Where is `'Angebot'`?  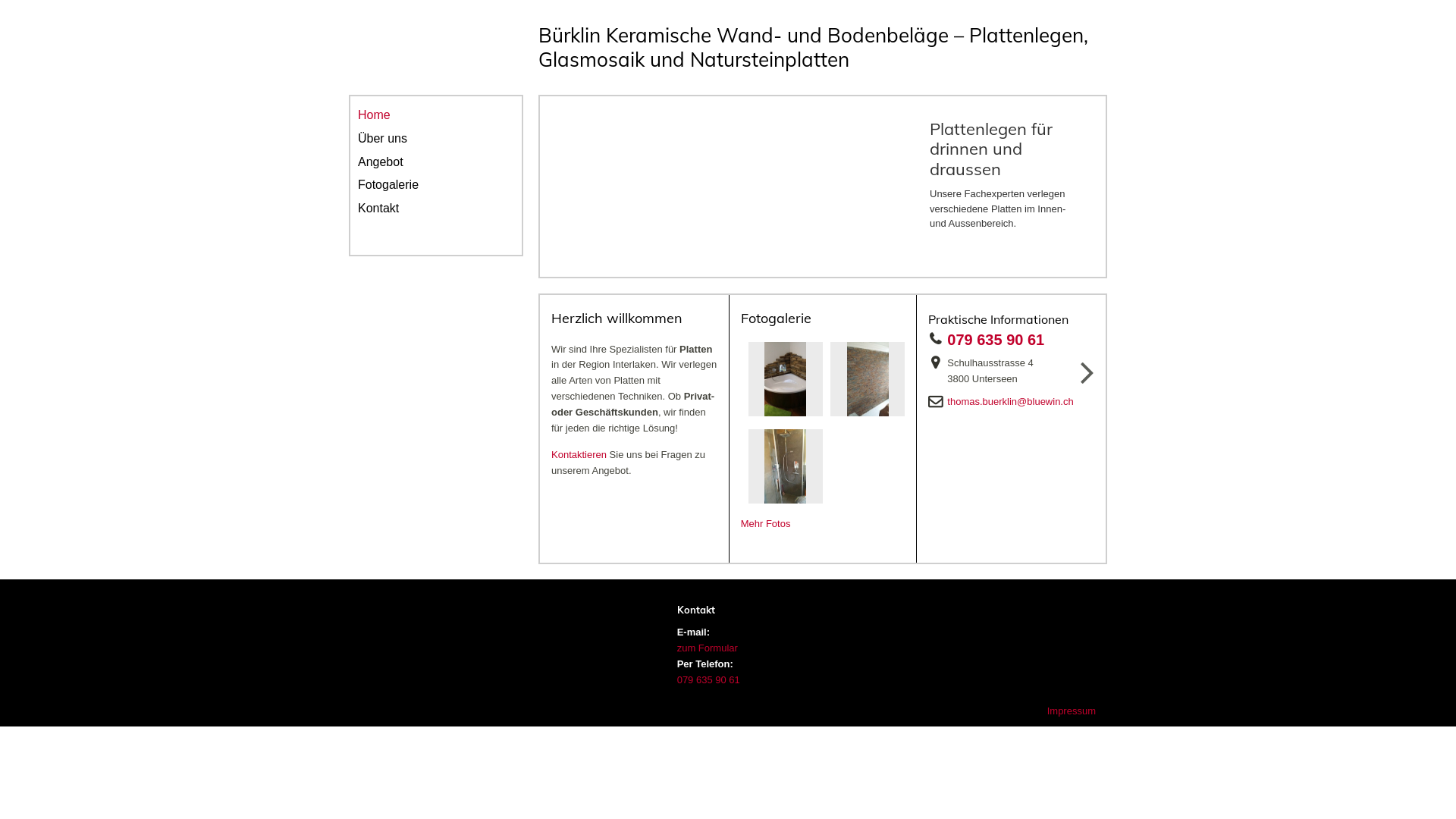
'Angebot' is located at coordinates (435, 162).